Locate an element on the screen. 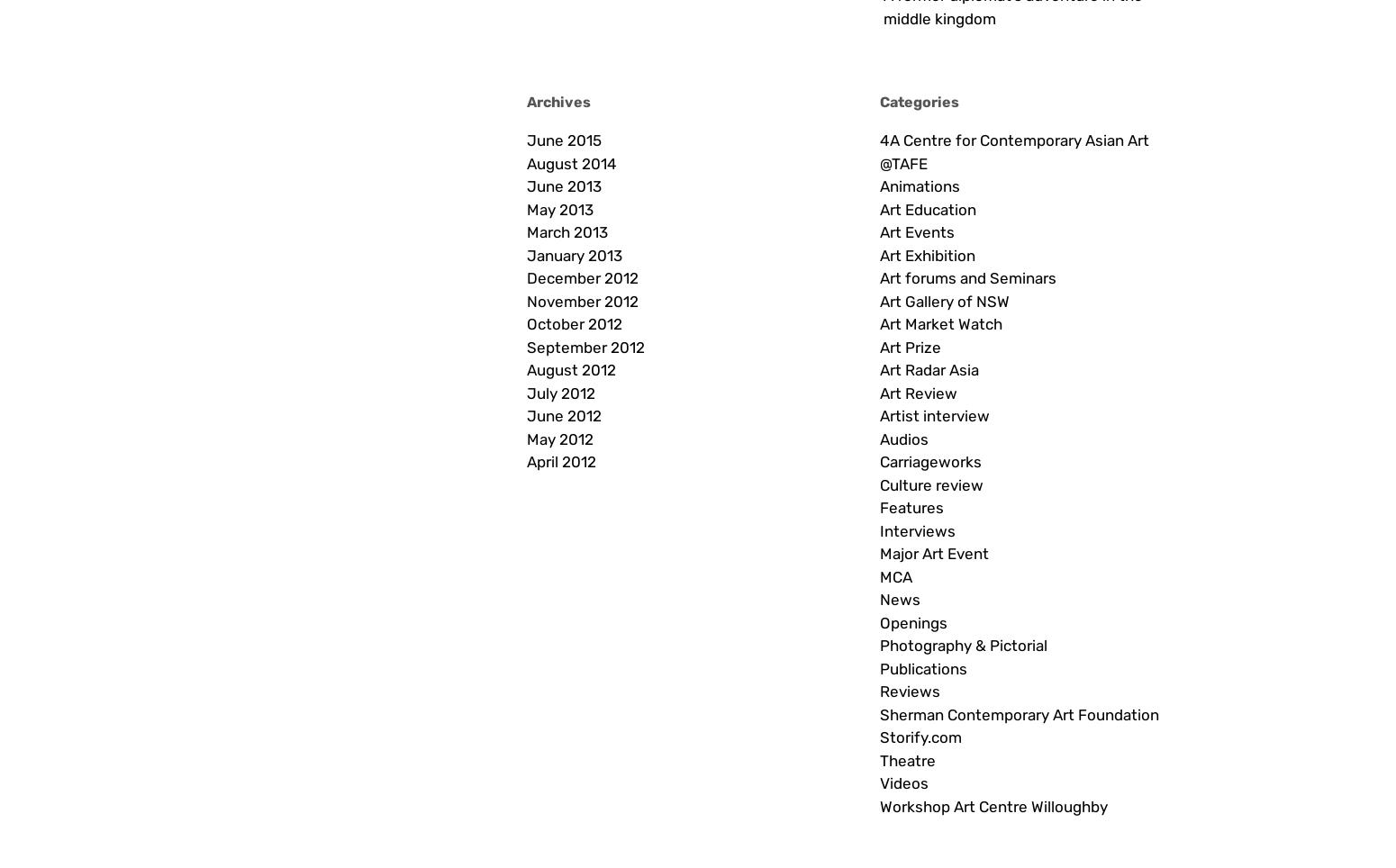  'Art Events' is located at coordinates (917, 231).